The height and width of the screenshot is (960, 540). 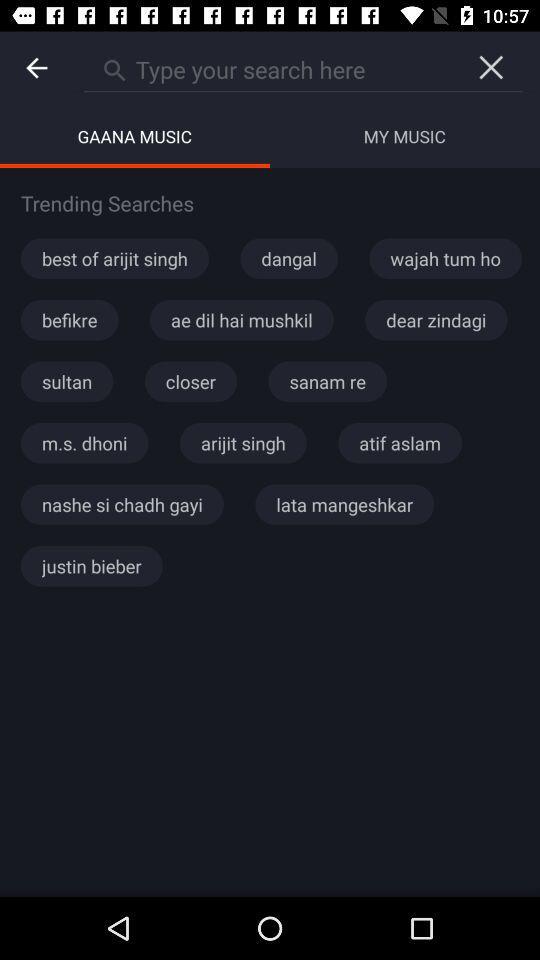 What do you see at coordinates (435, 320) in the screenshot?
I see `the dear zindagi icon` at bounding box center [435, 320].